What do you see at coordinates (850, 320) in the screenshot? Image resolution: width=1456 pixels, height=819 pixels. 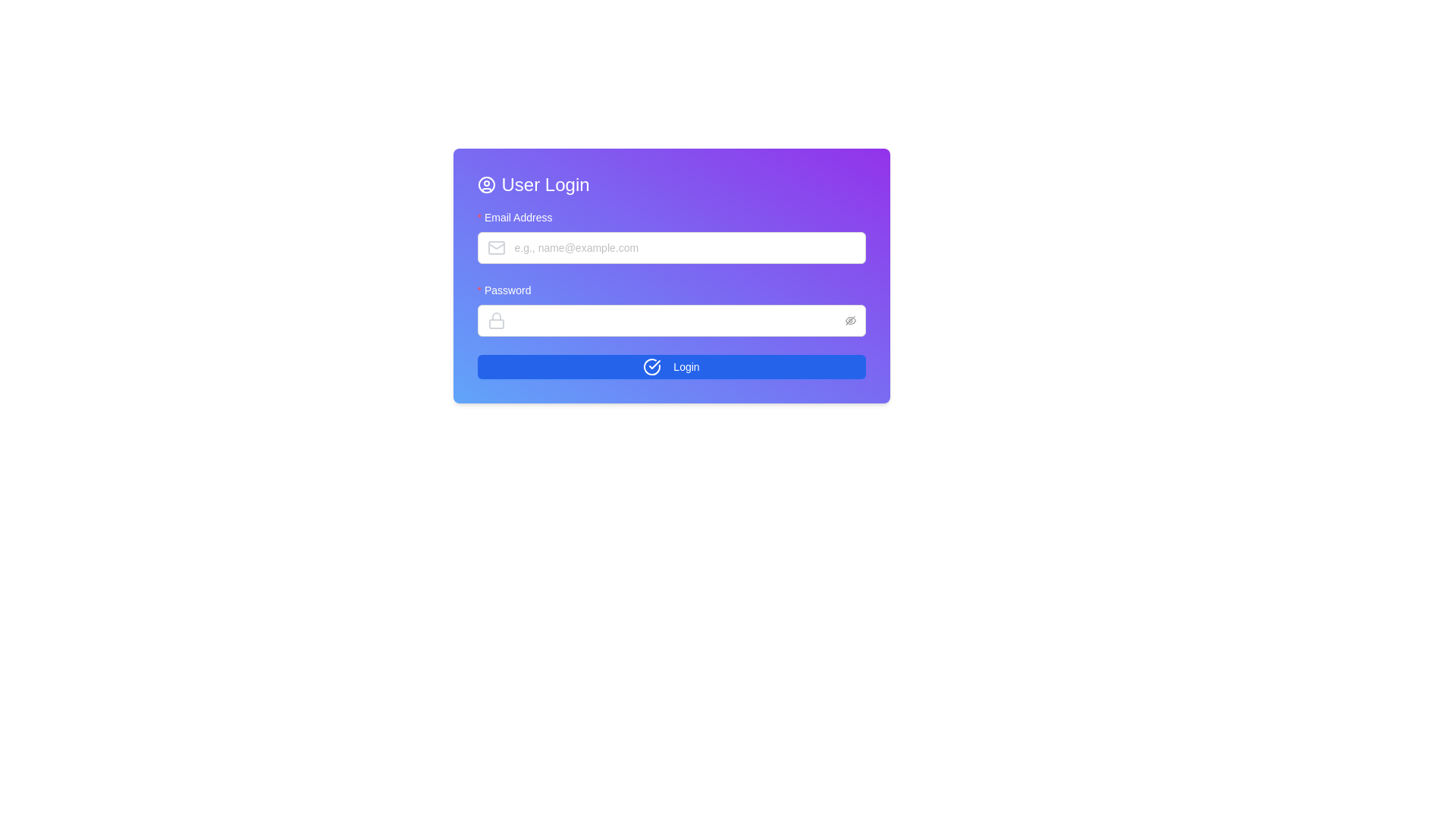 I see `the icon button with a crossed-eye symbol located at the right-hand edge of the password input field` at bounding box center [850, 320].